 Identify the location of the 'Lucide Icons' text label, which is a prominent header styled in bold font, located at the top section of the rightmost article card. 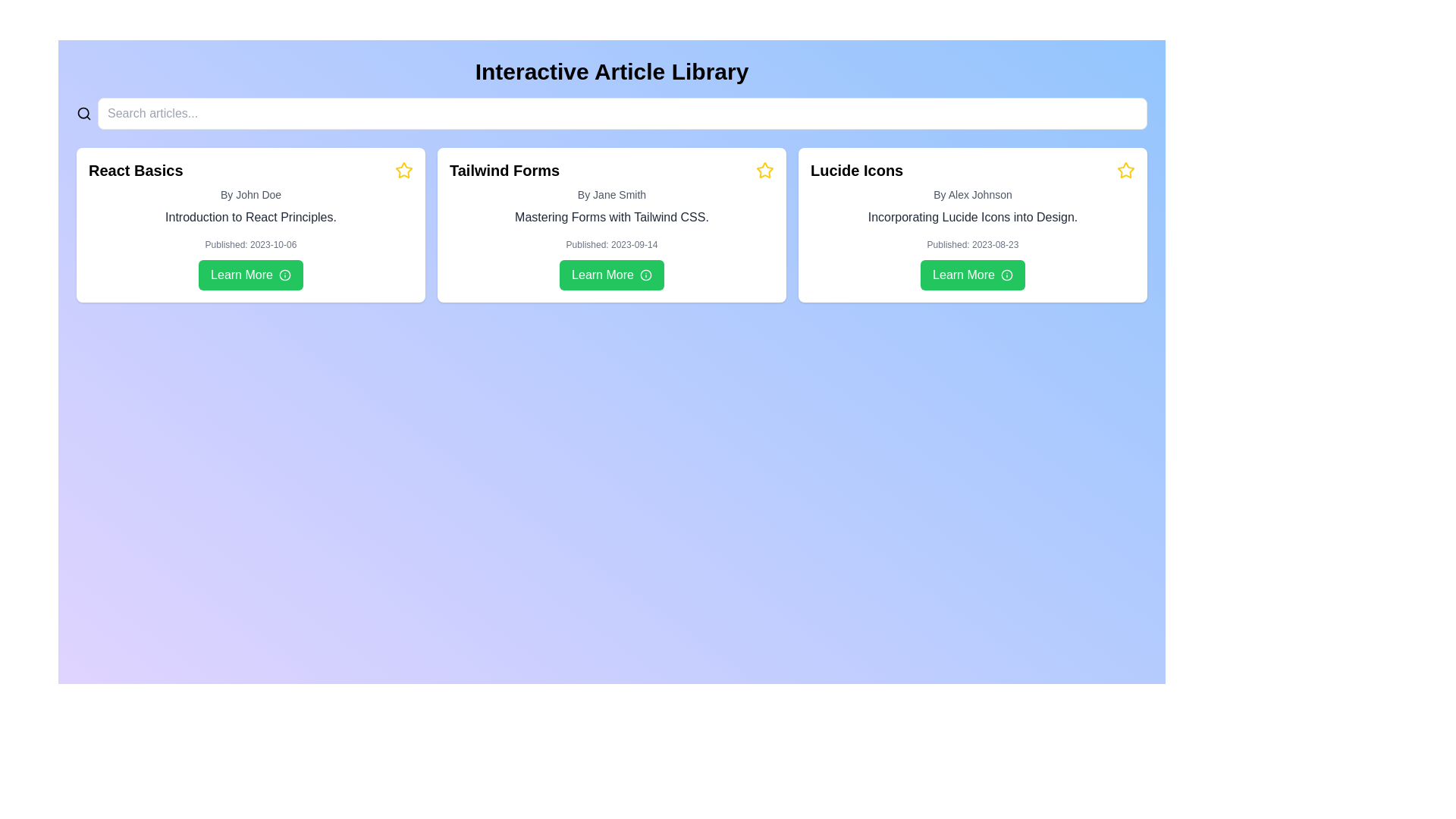
(857, 170).